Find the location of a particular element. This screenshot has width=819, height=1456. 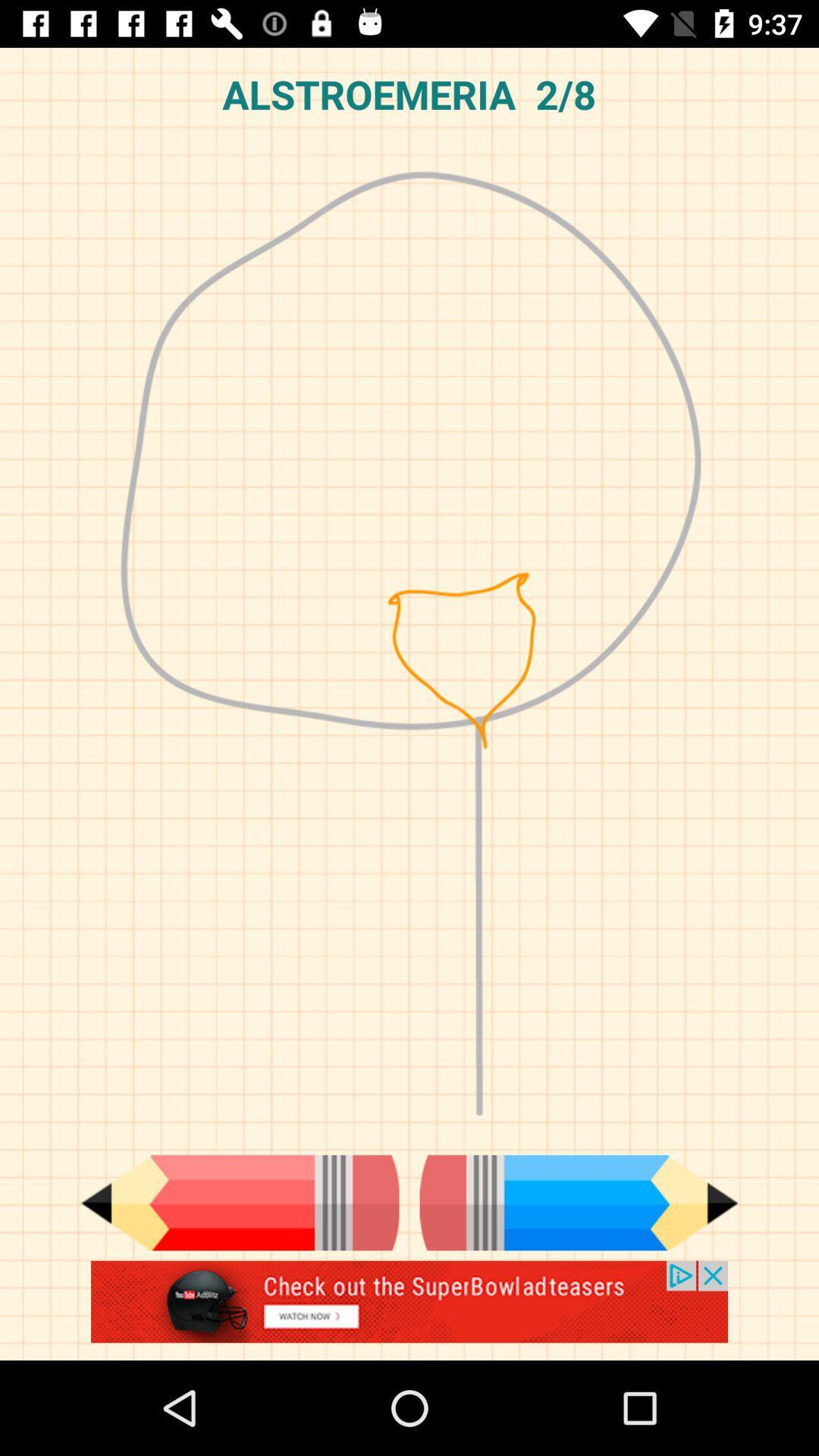

write with orange is located at coordinates (239, 1202).